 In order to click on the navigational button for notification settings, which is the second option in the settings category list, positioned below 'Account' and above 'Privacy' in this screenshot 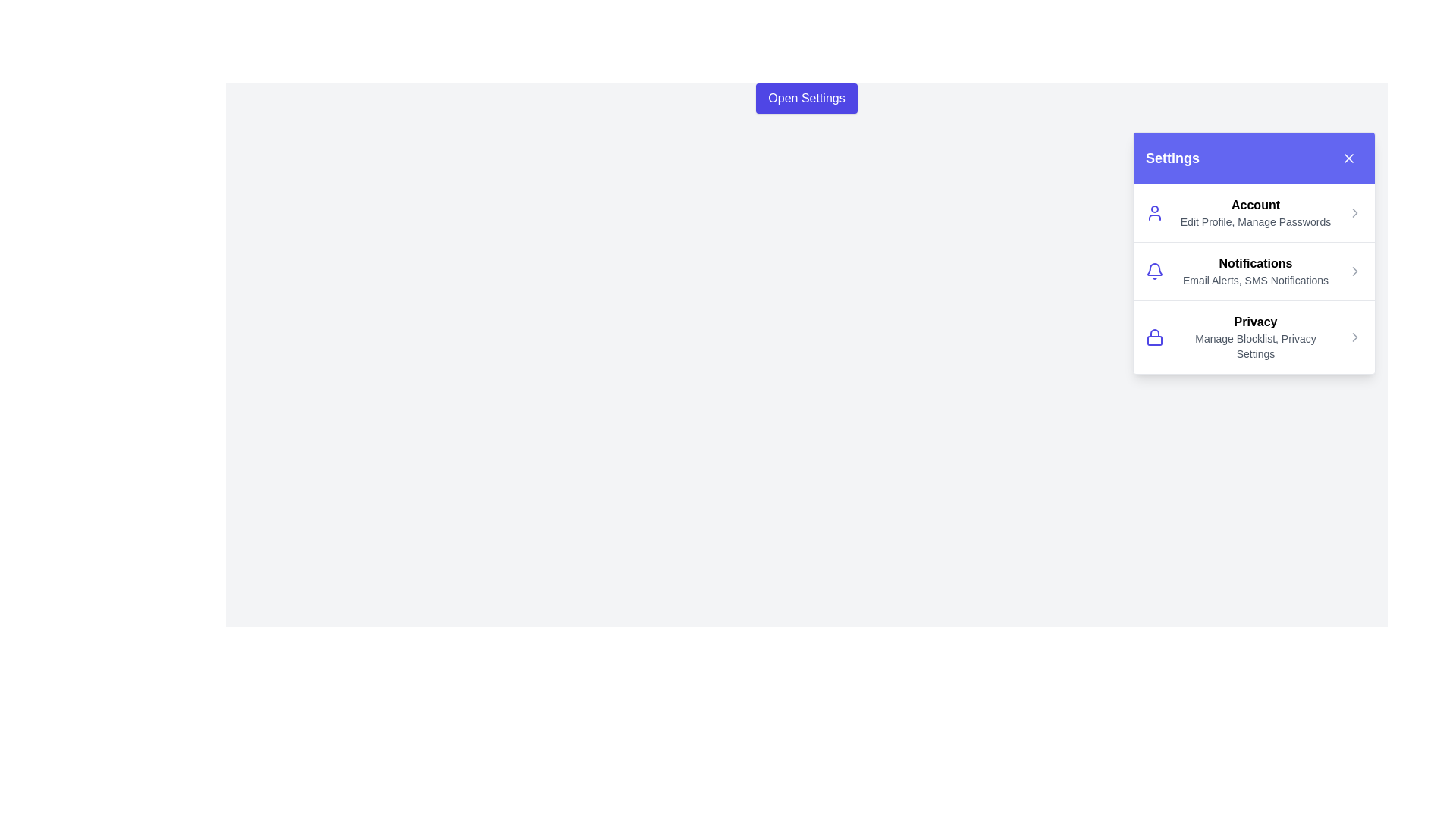, I will do `click(1254, 253)`.